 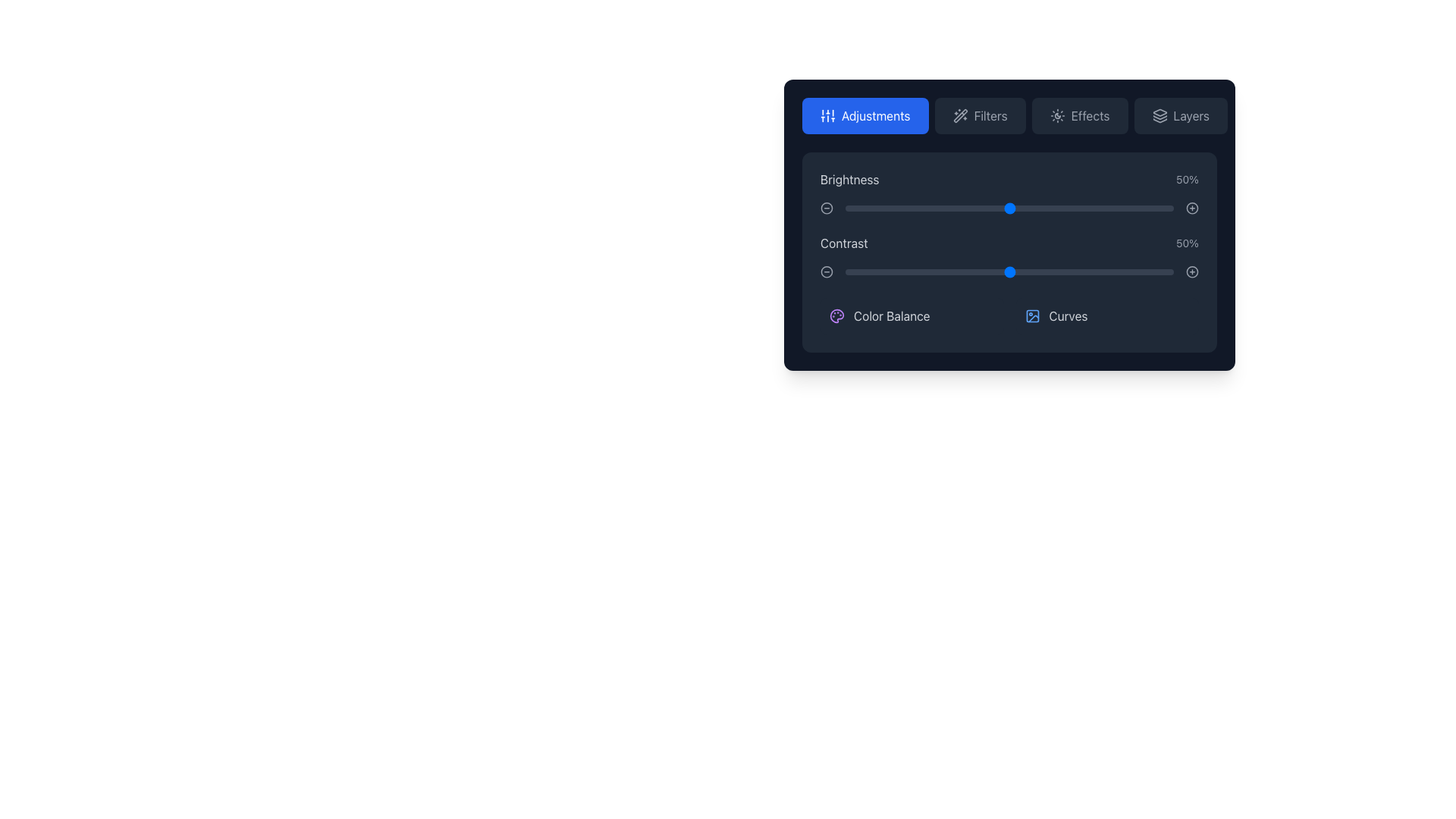 I want to click on the text element displaying '50%' with a gray color and small font size, positioned to the right of the 'Brightness' label in the top-right corner of the interface, so click(x=1186, y=178).